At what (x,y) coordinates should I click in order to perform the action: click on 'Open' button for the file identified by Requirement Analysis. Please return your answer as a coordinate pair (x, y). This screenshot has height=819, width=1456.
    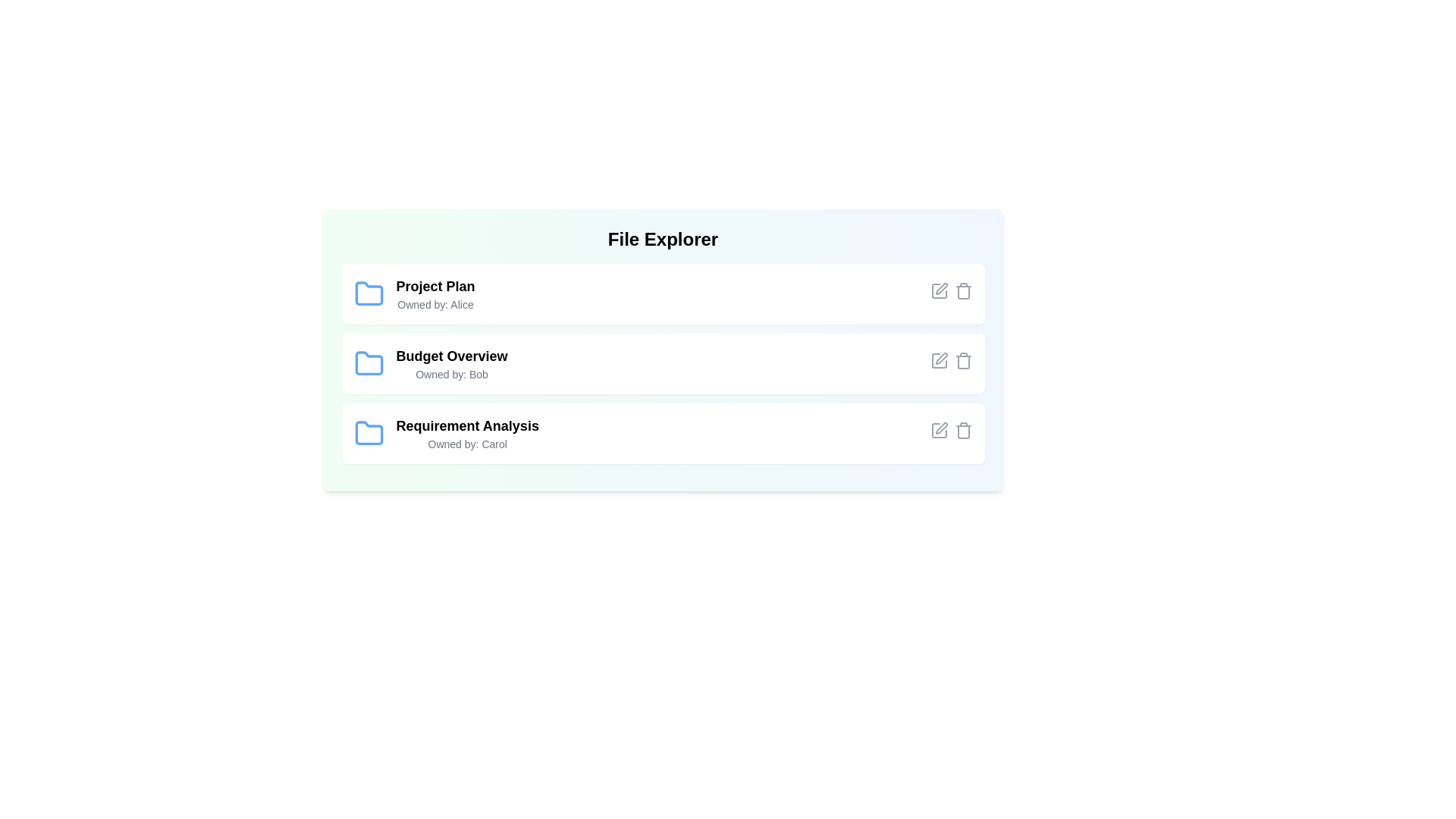
    Looking at the image, I should click on (893, 433).